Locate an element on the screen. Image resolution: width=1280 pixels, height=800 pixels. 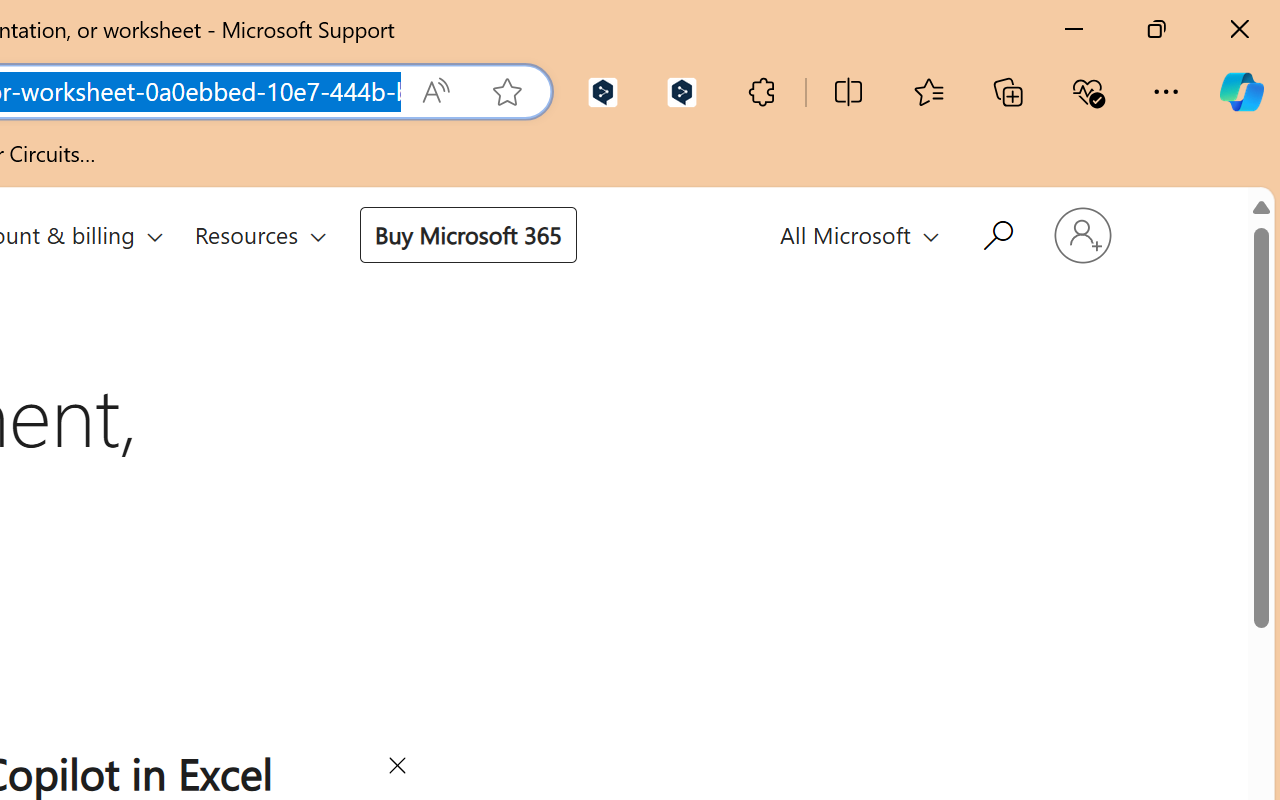
'Sign in to your account' is located at coordinates (1081, 234).